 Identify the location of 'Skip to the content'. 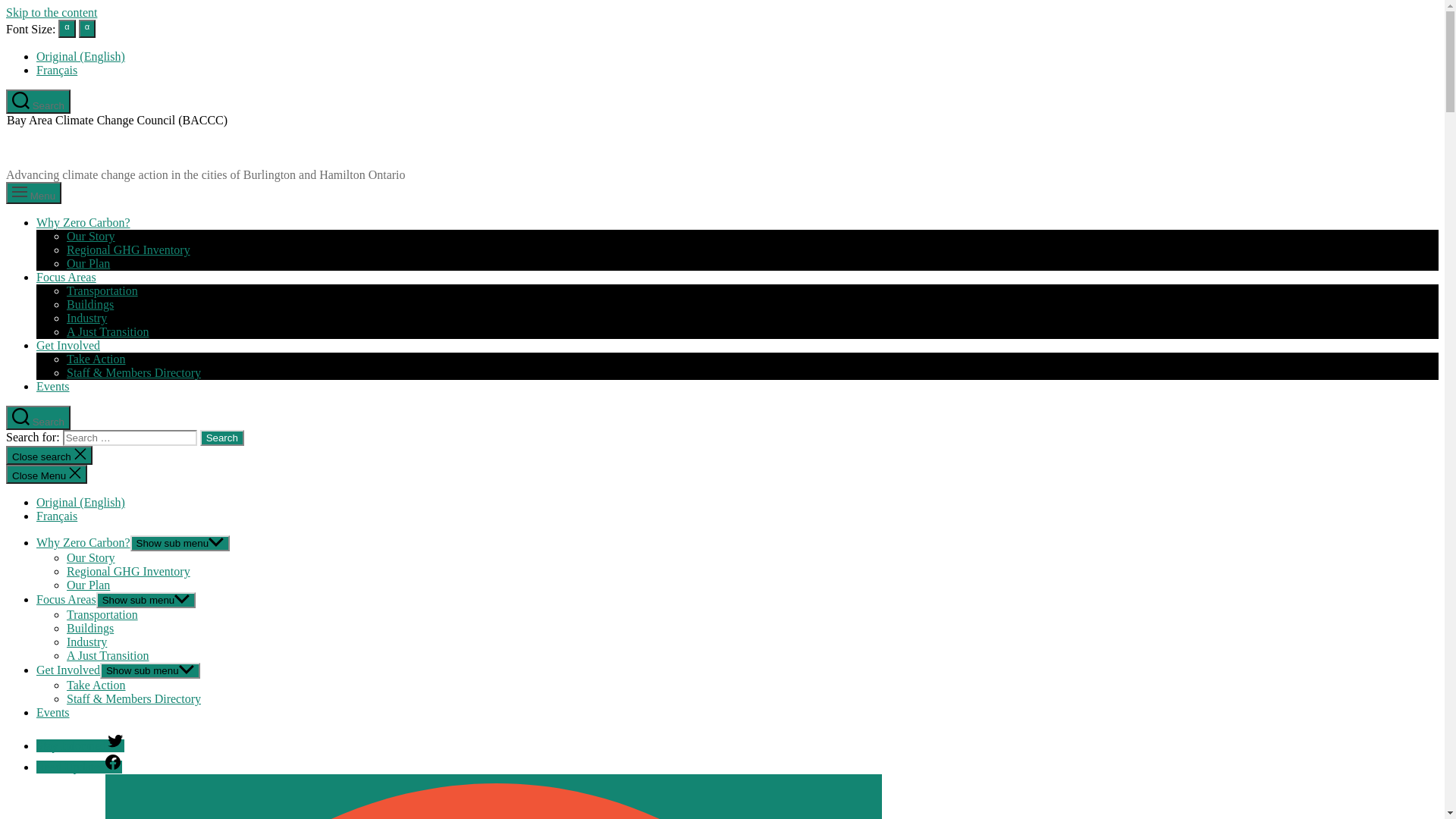
(51, 12).